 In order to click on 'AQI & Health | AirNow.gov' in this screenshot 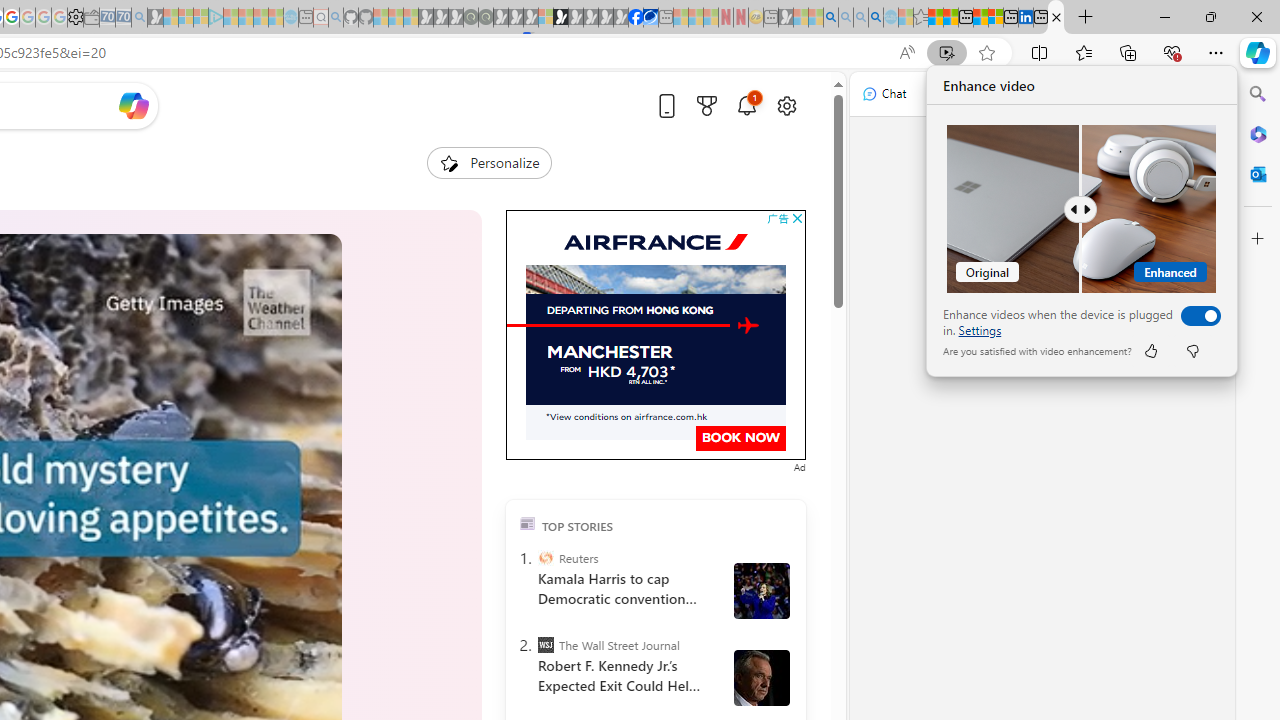, I will do `click(650, 17)`.